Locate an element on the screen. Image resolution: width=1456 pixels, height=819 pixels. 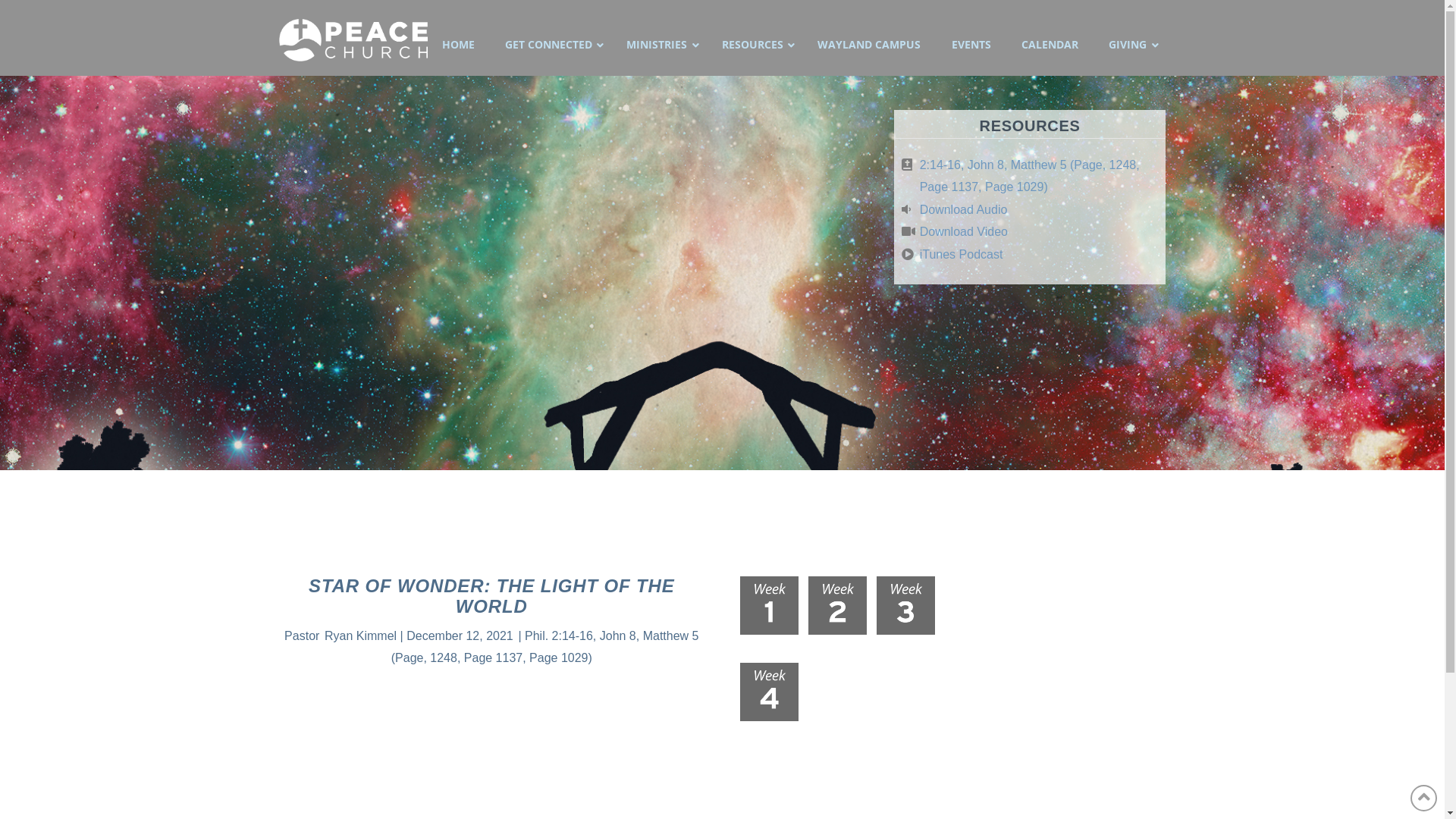
'CALENDAR' is located at coordinates (1006, 43).